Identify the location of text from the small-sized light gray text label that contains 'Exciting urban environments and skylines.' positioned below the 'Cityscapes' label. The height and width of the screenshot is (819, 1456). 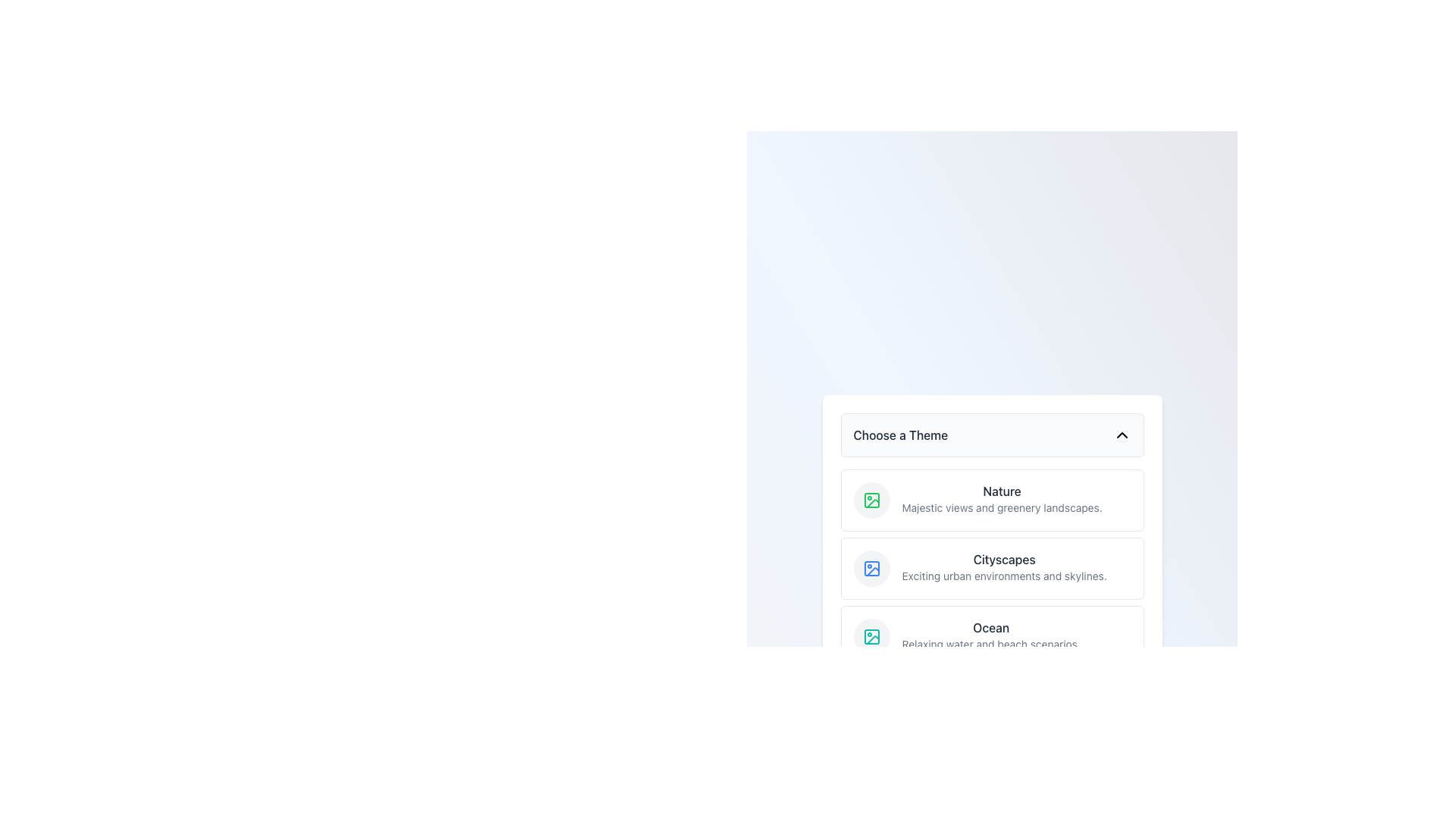
(1004, 576).